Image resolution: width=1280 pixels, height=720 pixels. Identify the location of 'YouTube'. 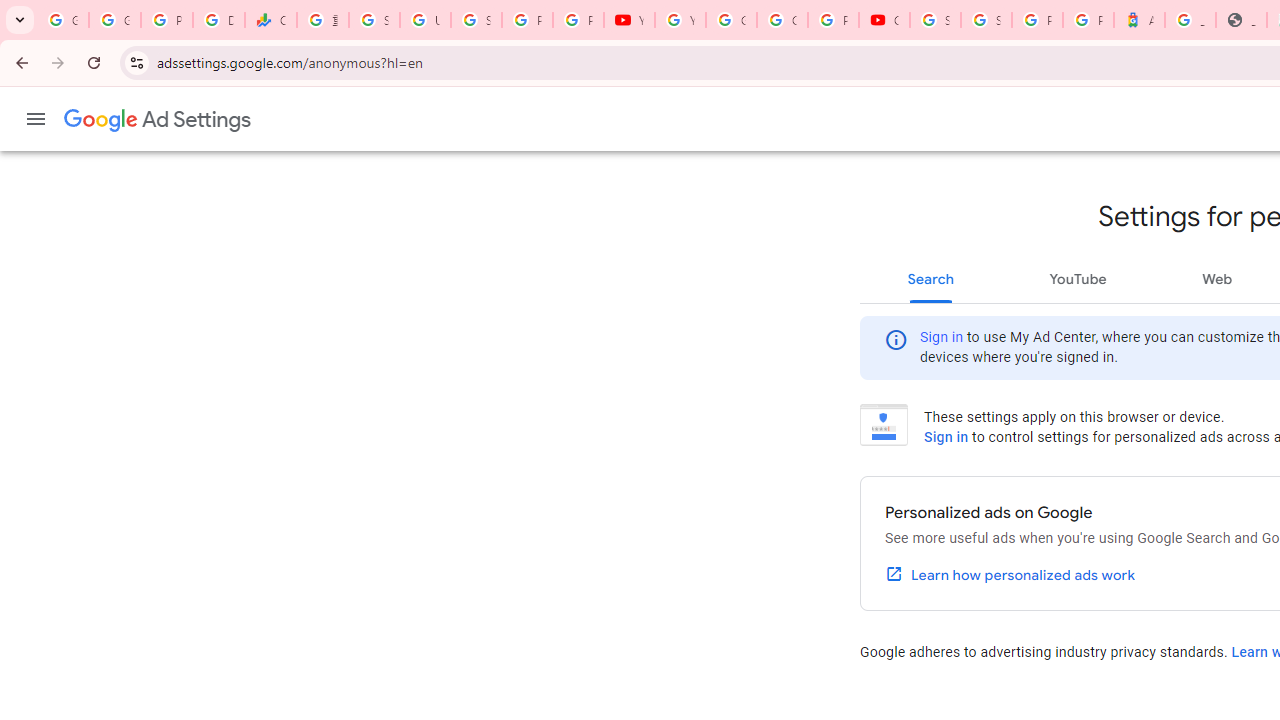
(1076, 279).